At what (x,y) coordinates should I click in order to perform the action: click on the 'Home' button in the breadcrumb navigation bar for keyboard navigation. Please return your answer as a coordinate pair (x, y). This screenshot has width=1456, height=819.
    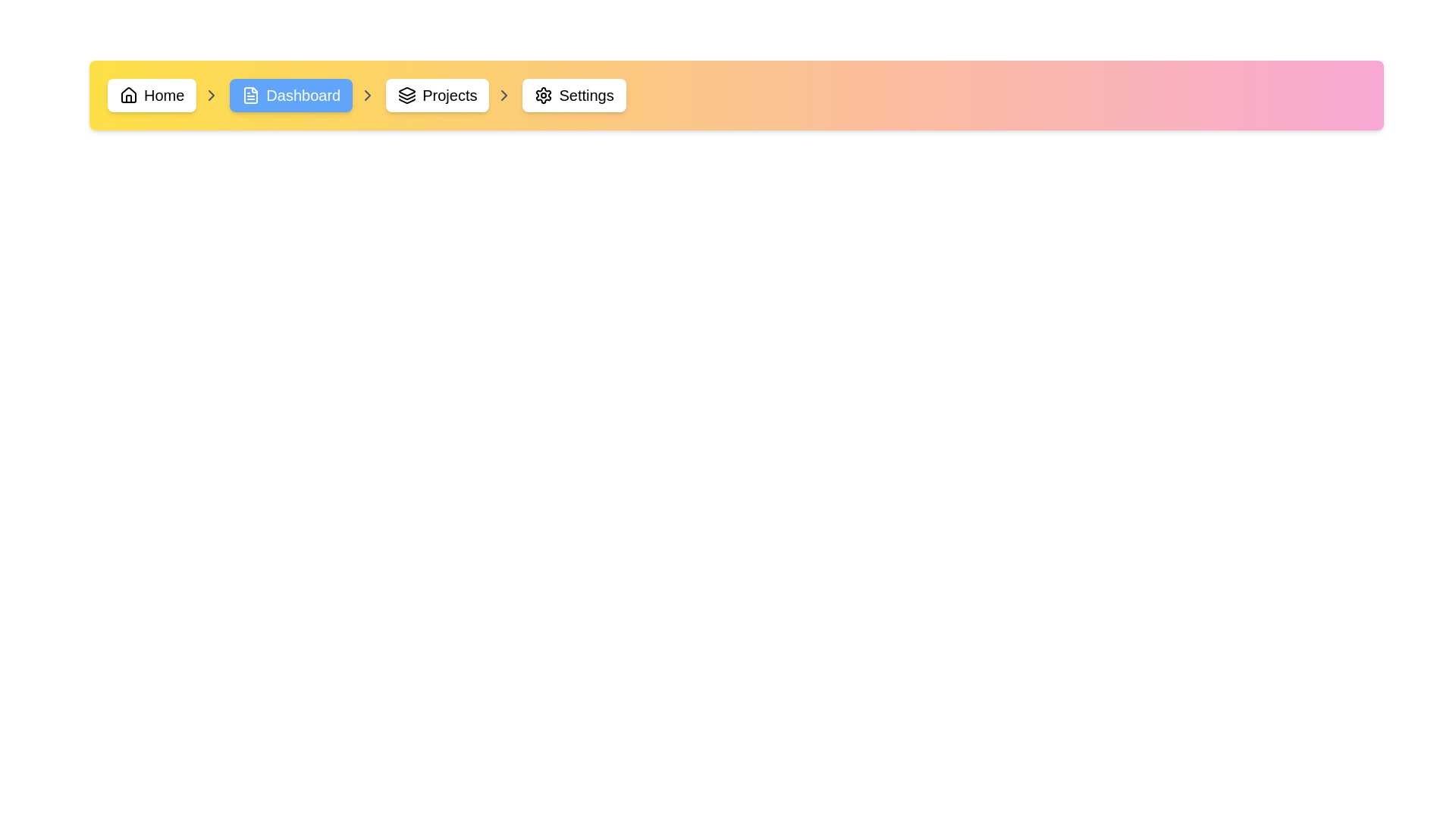
    Looking at the image, I should click on (164, 96).